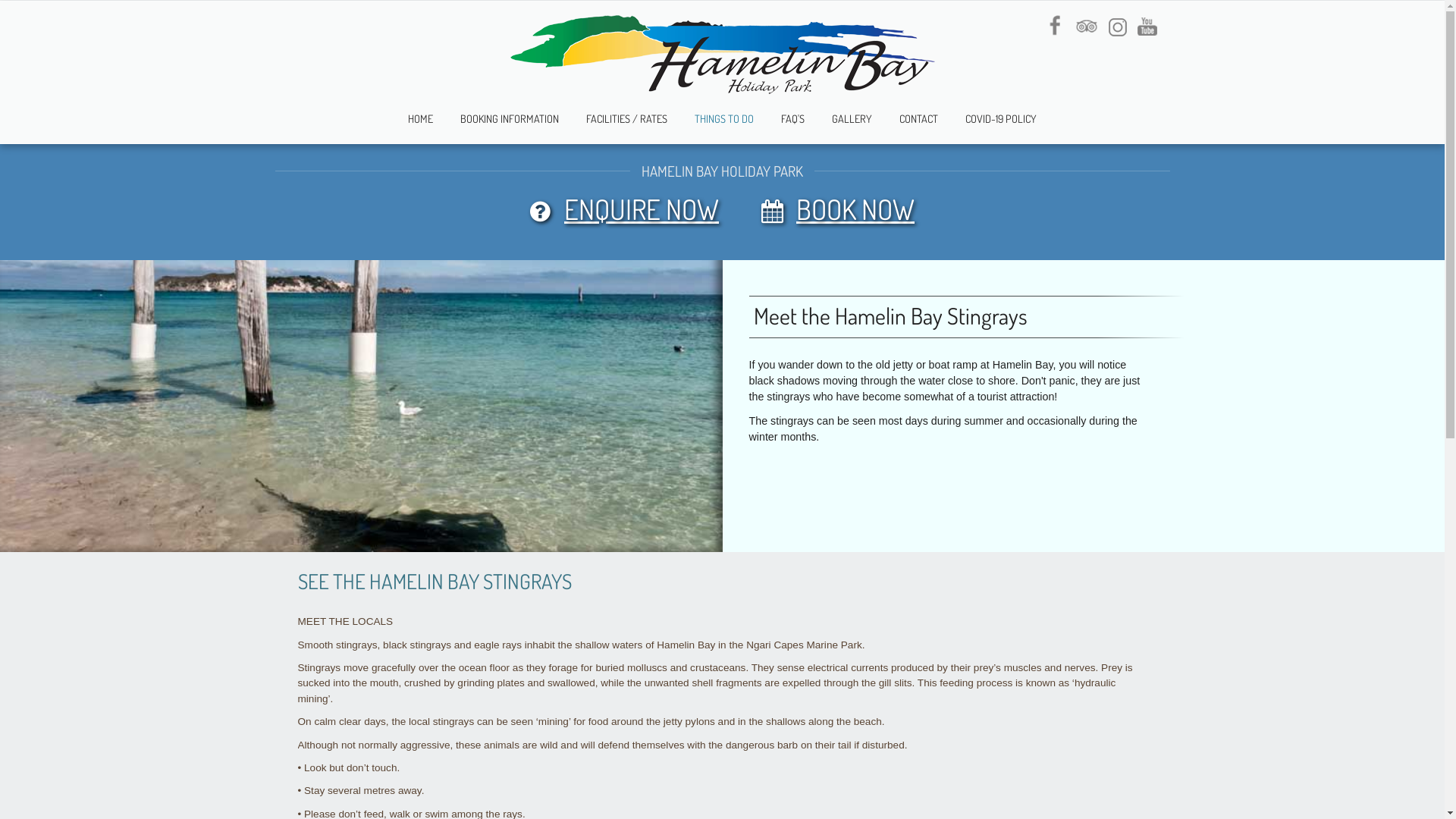  What do you see at coordinates (626, 121) in the screenshot?
I see `'FACILITIES / RATES'` at bounding box center [626, 121].